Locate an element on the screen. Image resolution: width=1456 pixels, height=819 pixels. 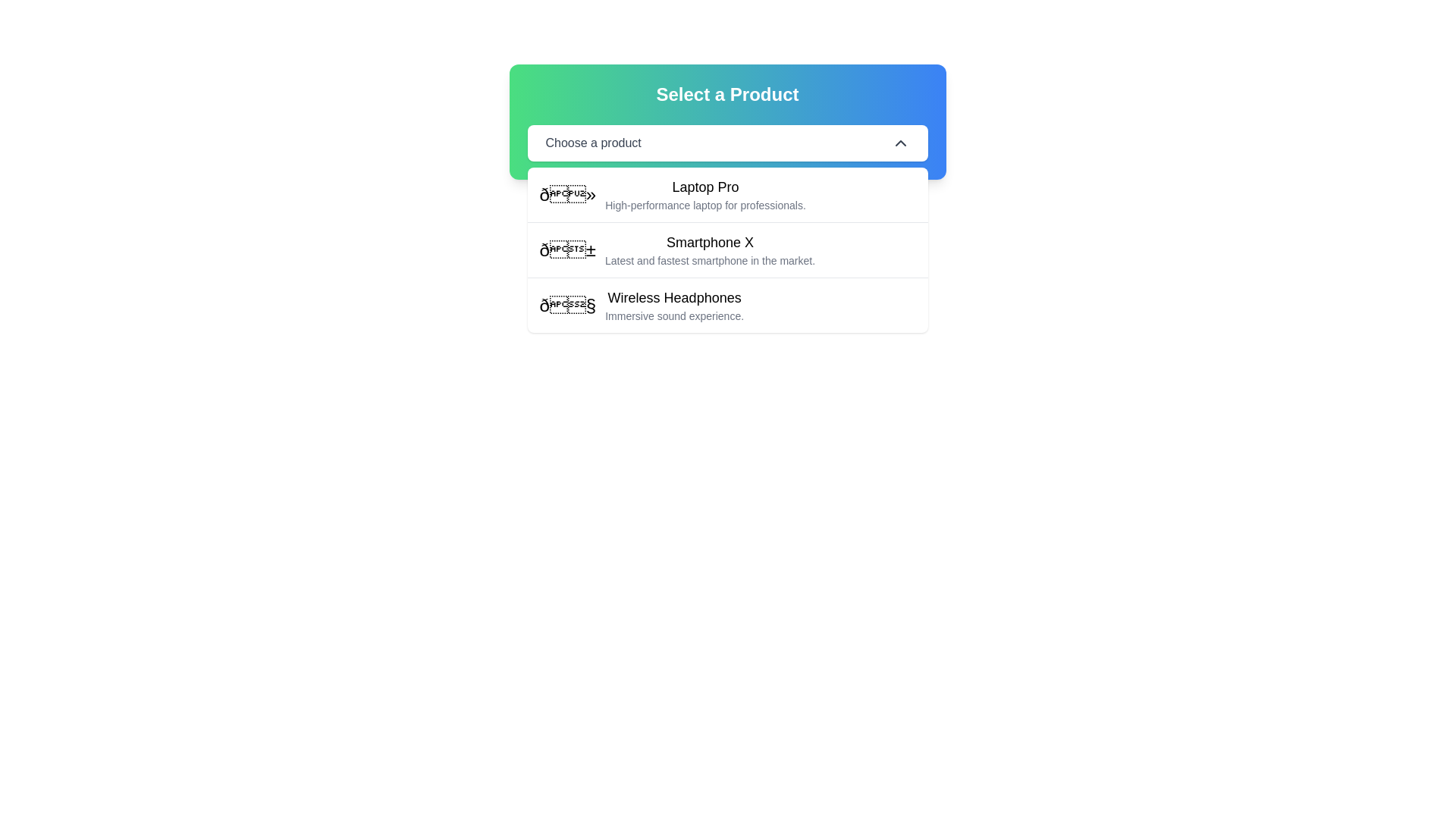
the downward-facing chevron-shaped dropdown arrow icon located at the far right end of the 'Choose a product' input field to identify its reactive state is located at coordinates (900, 143).